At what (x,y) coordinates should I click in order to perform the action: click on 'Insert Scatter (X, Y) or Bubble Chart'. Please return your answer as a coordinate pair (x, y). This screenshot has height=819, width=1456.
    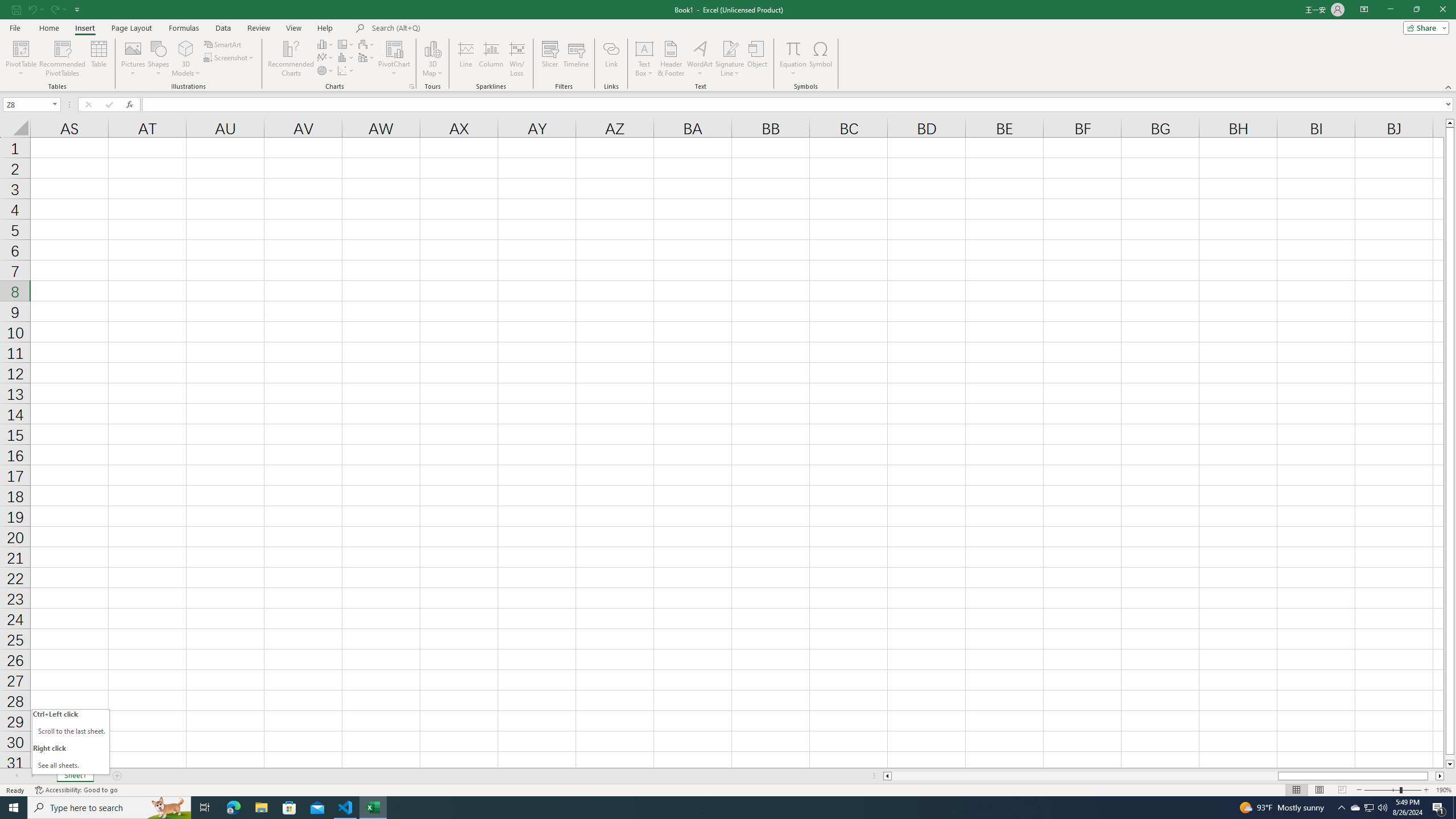
    Looking at the image, I should click on (346, 69).